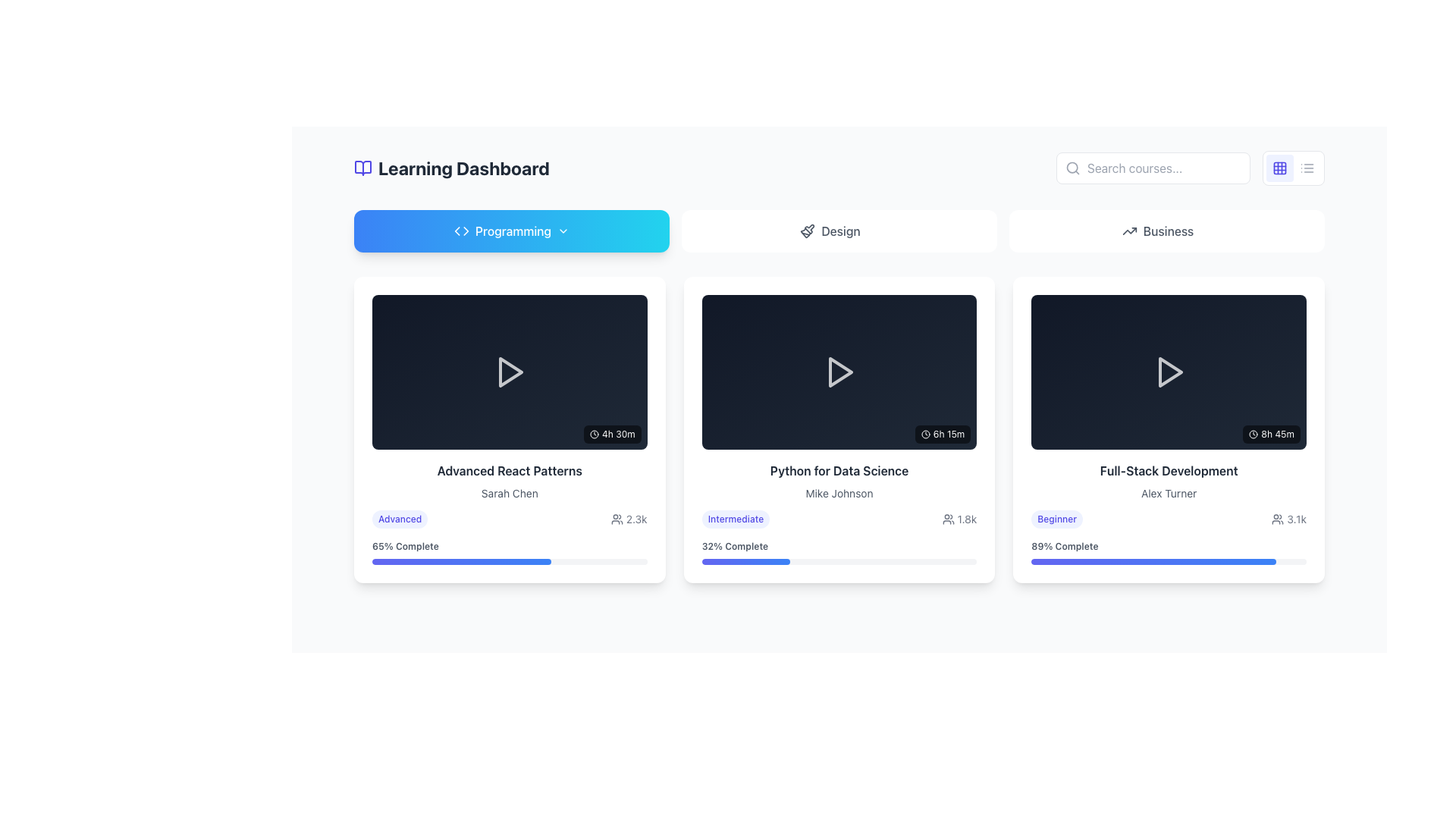 This screenshot has width=1456, height=819. Describe the element at coordinates (966, 519) in the screenshot. I see `displayed count of people associated with the content from the Text Label located in the bottom-right corner of the 'Python for Data Science' card, positioned to the right of the user icon` at that location.